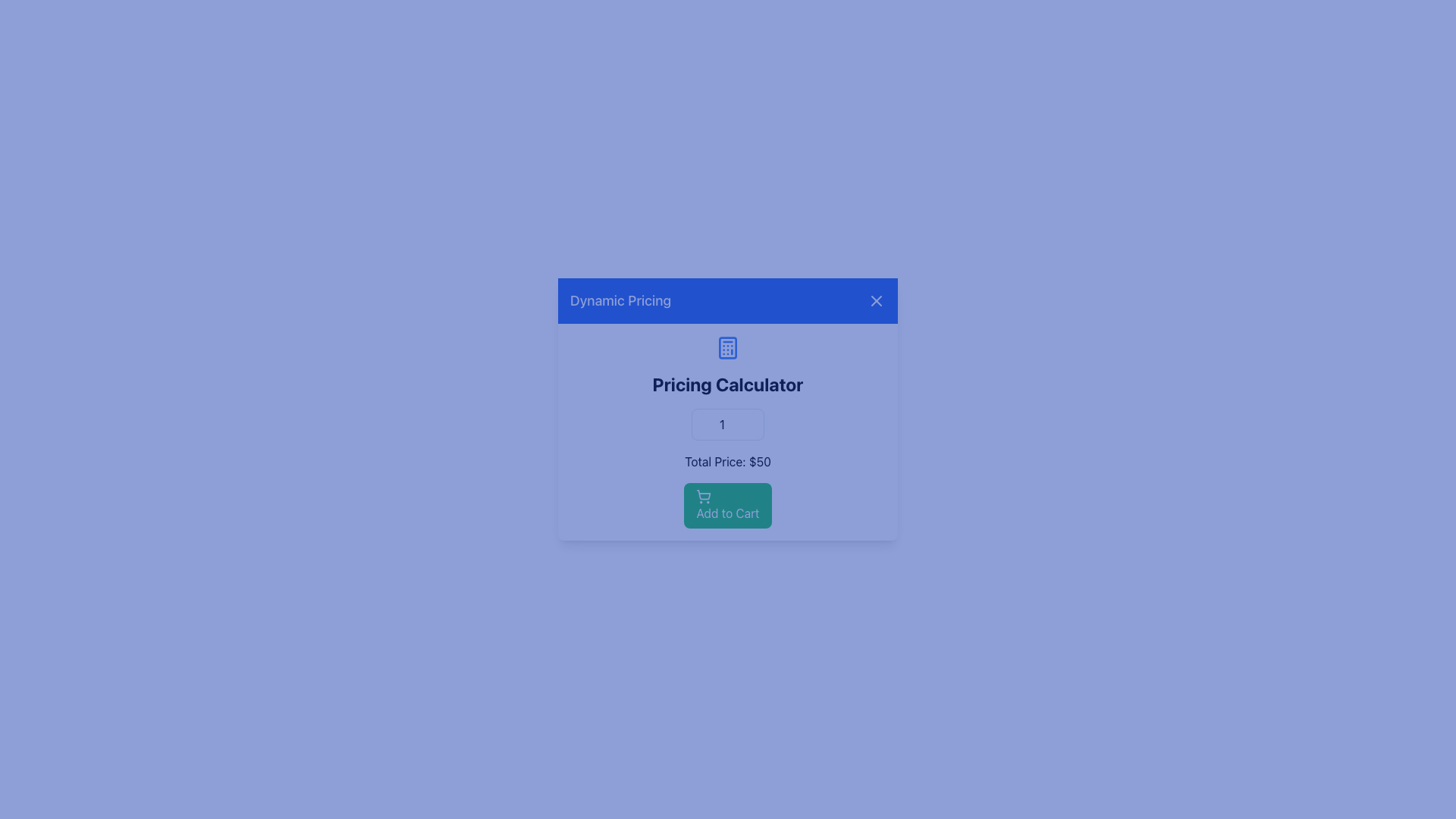  I want to click on the 'x'-shaped close icon located at the top-right corner of the pricing modal's blue header, so click(877, 301).